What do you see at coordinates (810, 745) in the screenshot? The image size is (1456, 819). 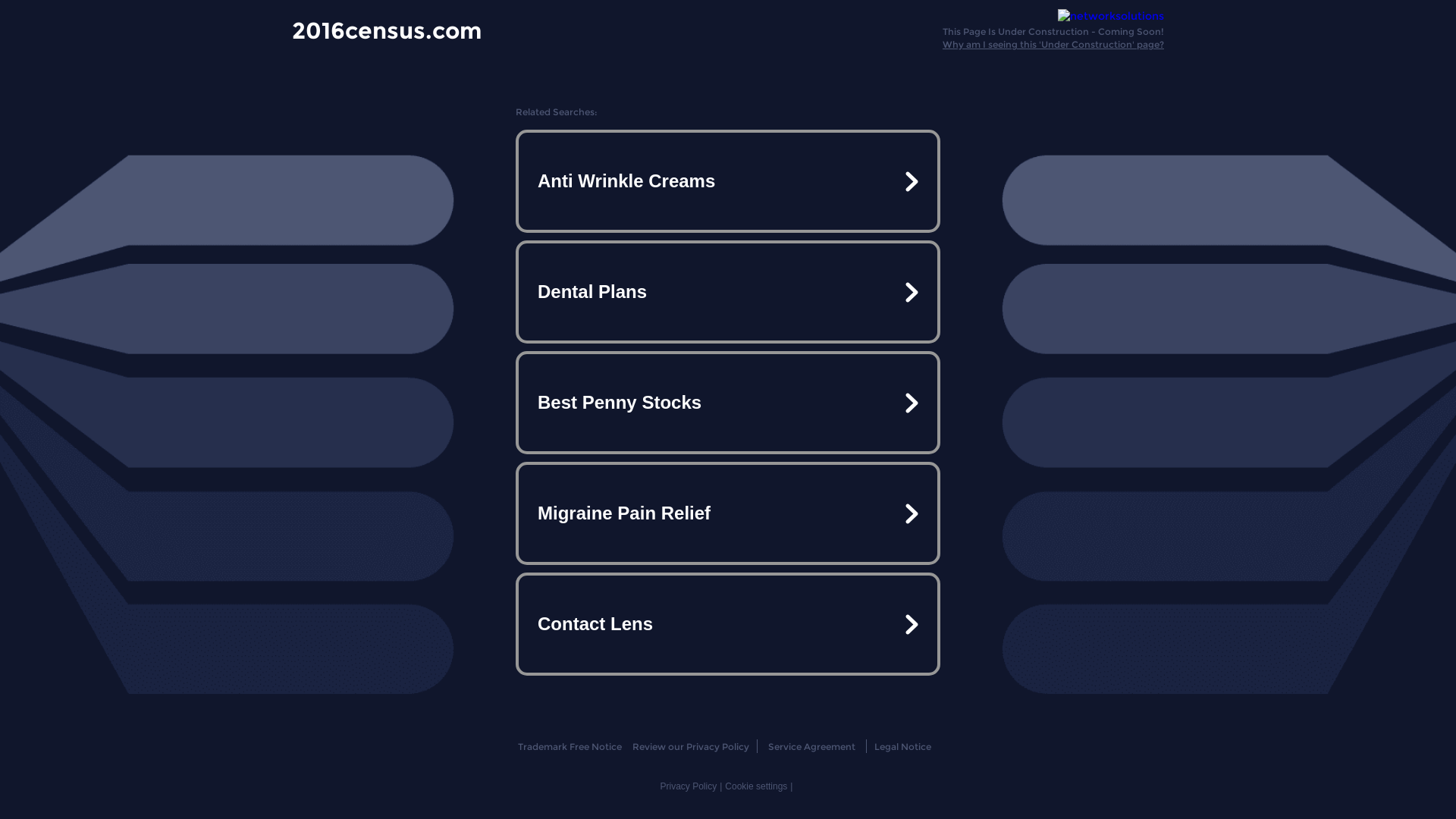 I see `'Service Agreement'` at bounding box center [810, 745].